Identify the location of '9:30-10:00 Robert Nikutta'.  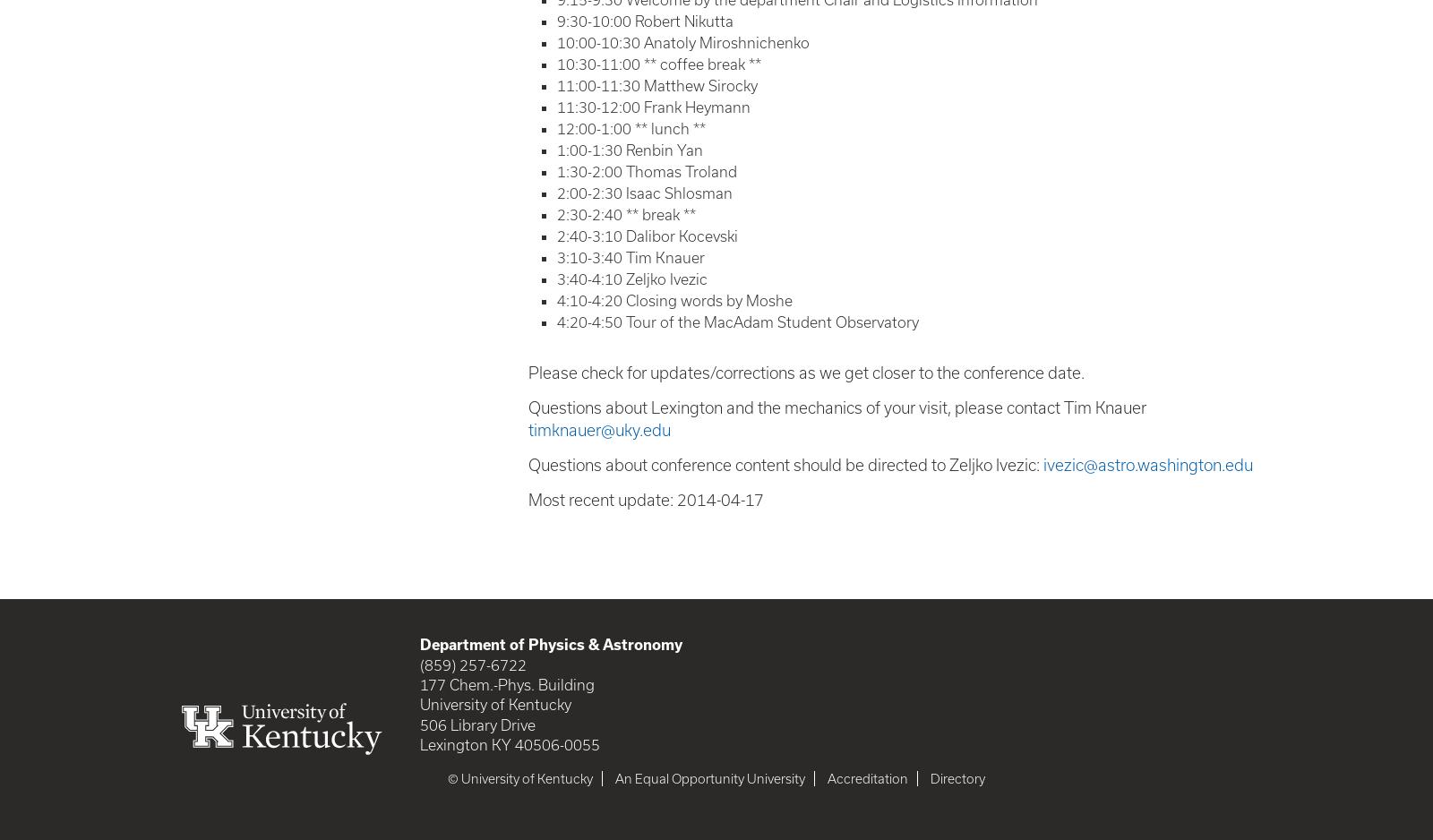
(556, 20).